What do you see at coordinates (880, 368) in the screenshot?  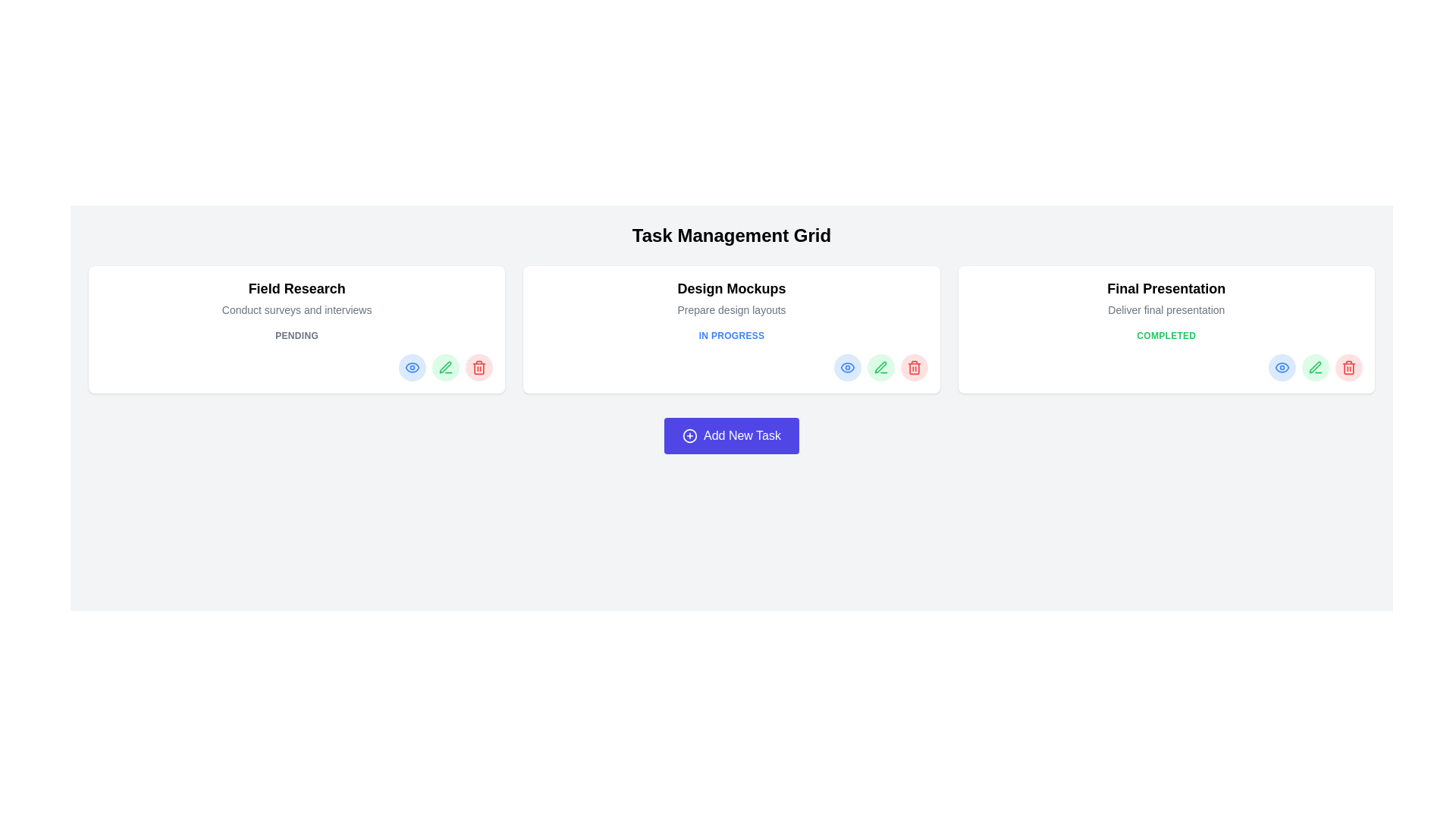 I see `the 'Edit' icon button located within the 'Design Mockups' task card` at bounding box center [880, 368].